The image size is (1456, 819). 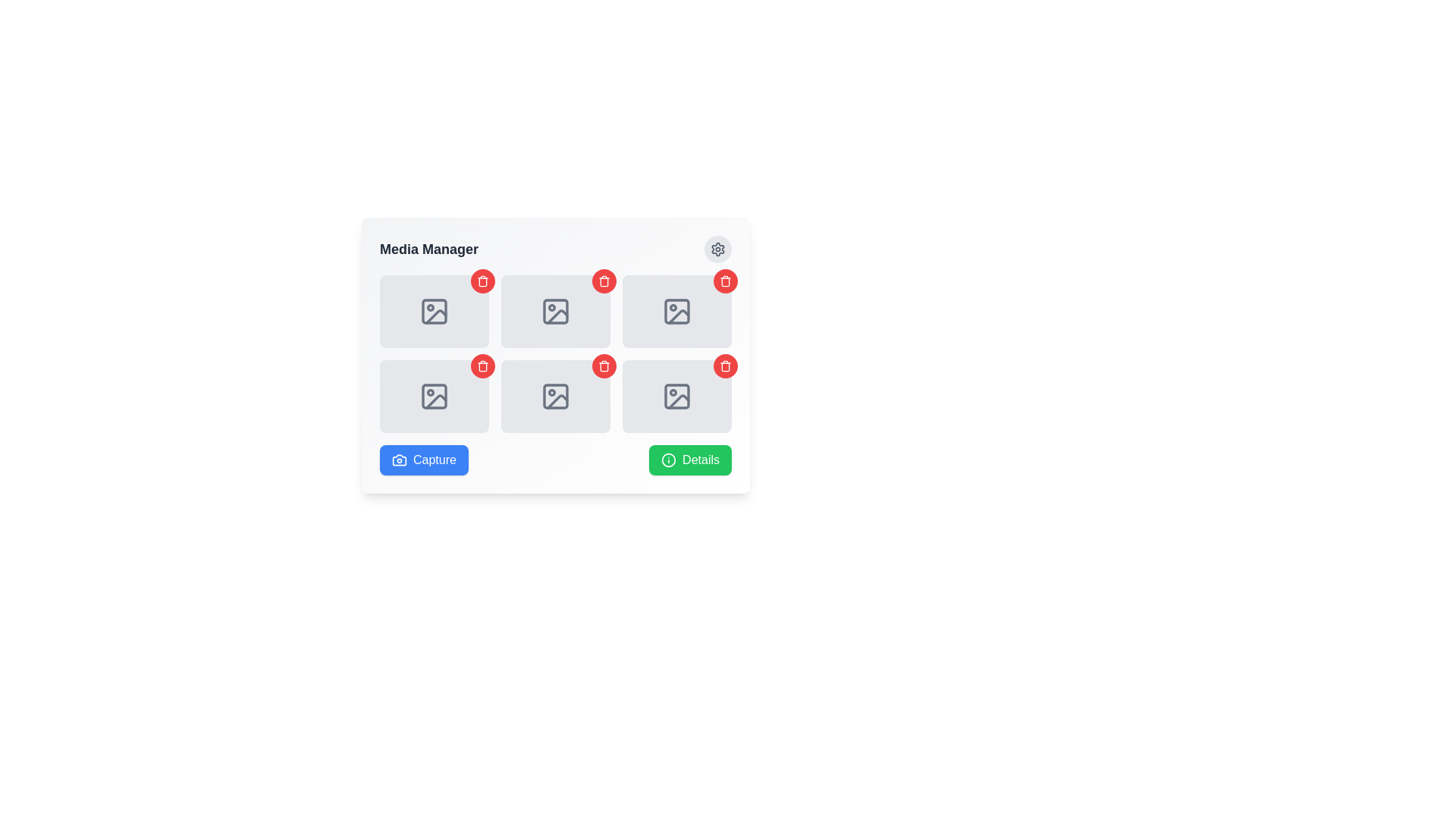 I want to click on the green button labeled 'Details' with an 'i' icon, so click(x=689, y=459).